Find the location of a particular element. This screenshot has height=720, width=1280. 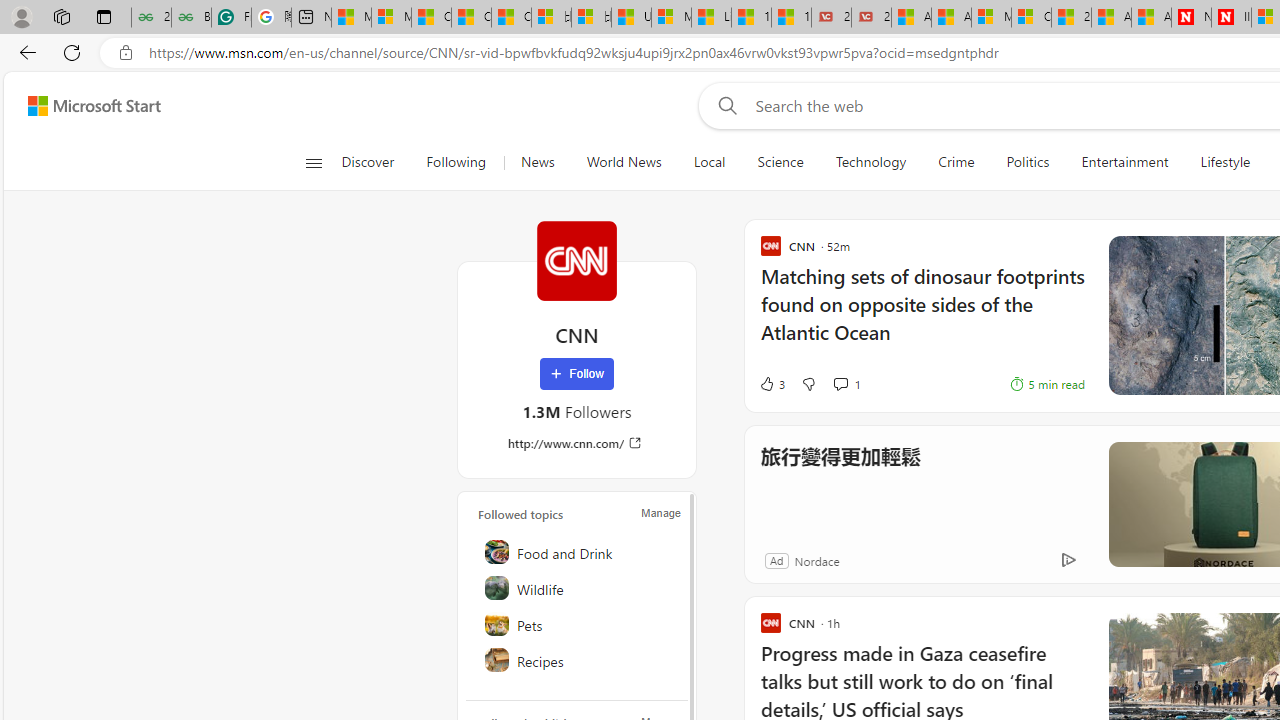

'Illness news & latest pictures from Newsweek.com' is located at coordinates (1230, 17).